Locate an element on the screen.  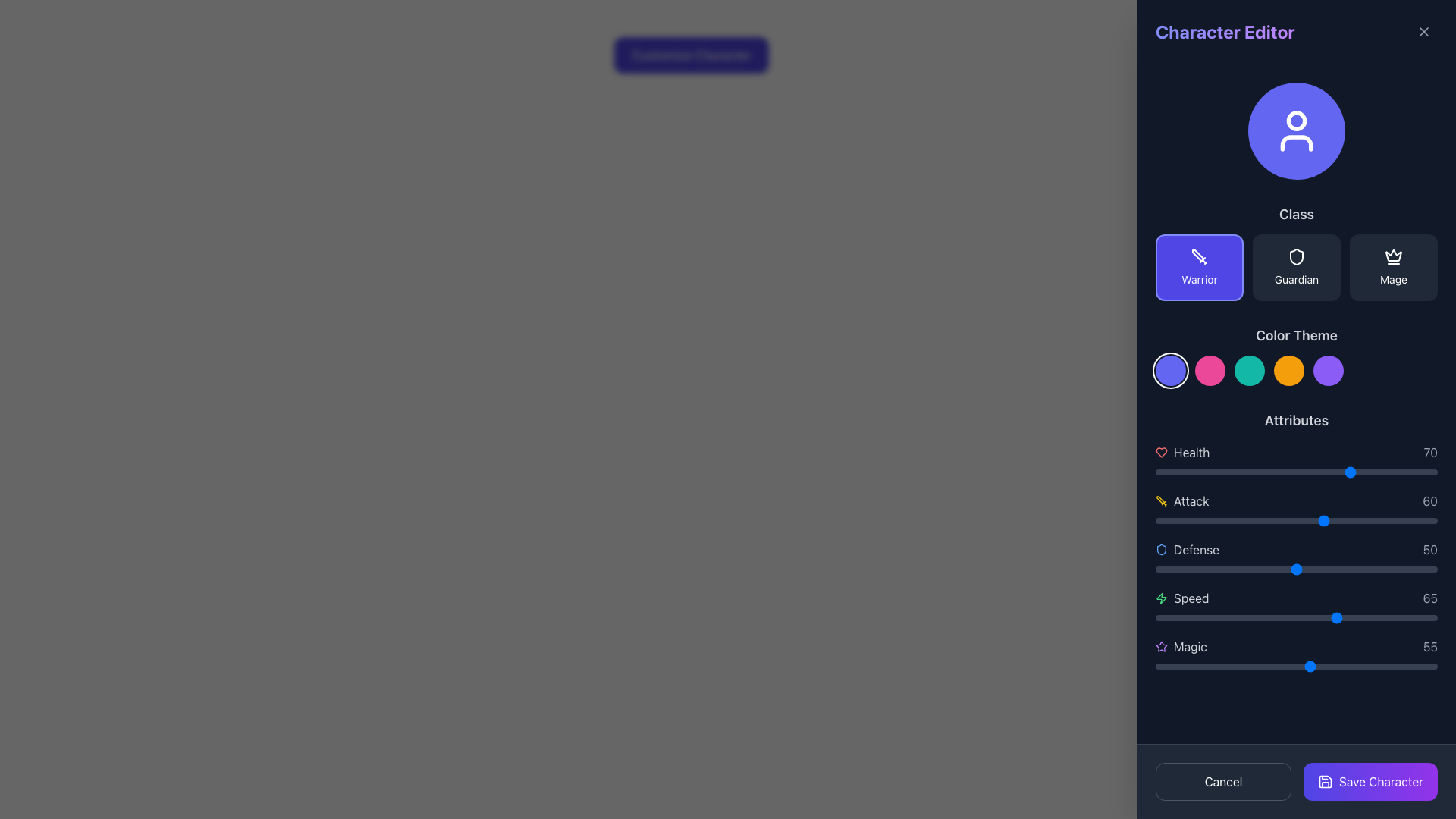
the circular close button with an X icon at the top-right corner of the 'Character Editor' is located at coordinates (1423, 32).